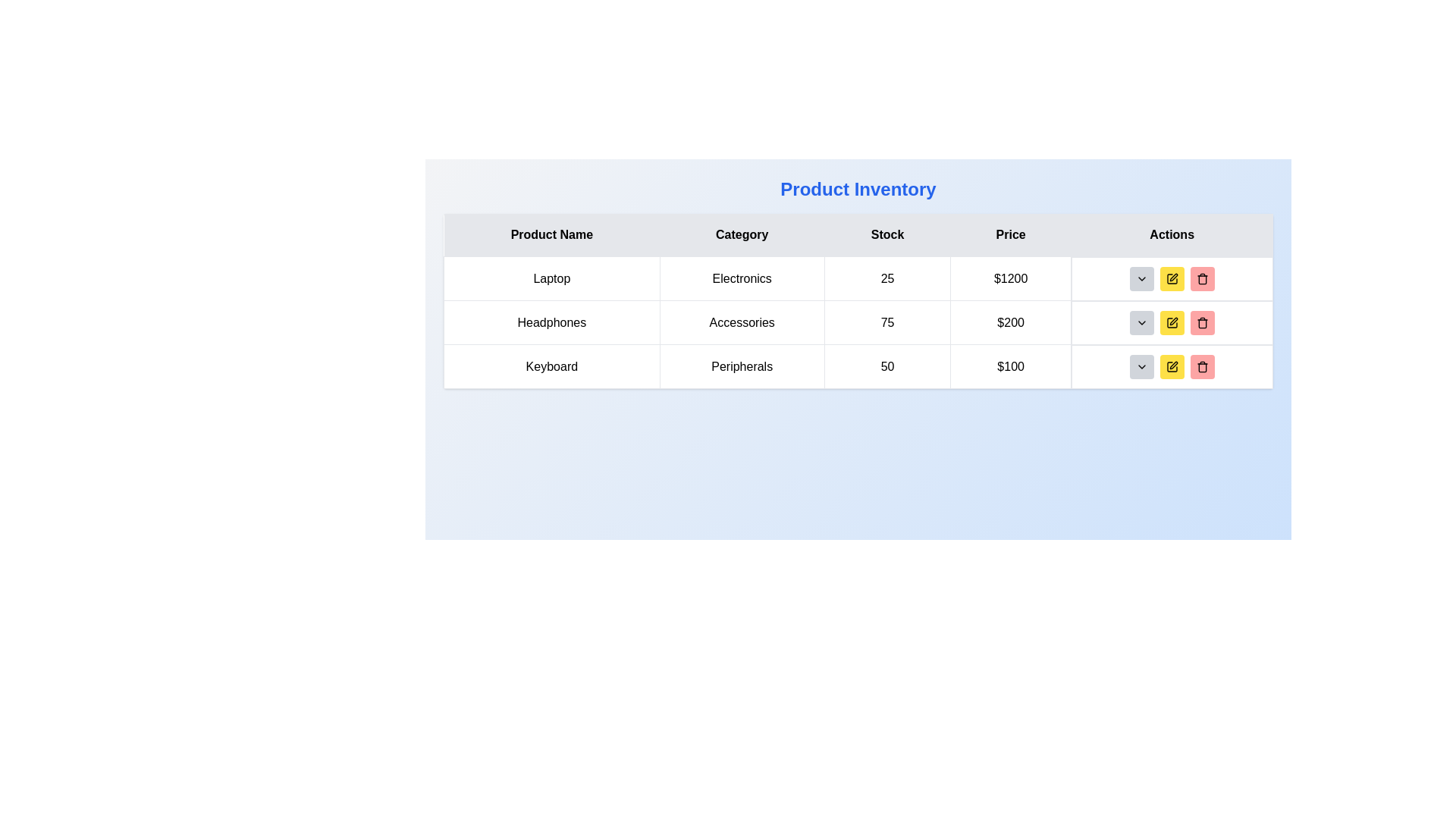 The width and height of the screenshot is (1456, 819). Describe the element at coordinates (1201, 367) in the screenshot. I see `the trash can icon in the 'Actions' column of the product table` at that location.